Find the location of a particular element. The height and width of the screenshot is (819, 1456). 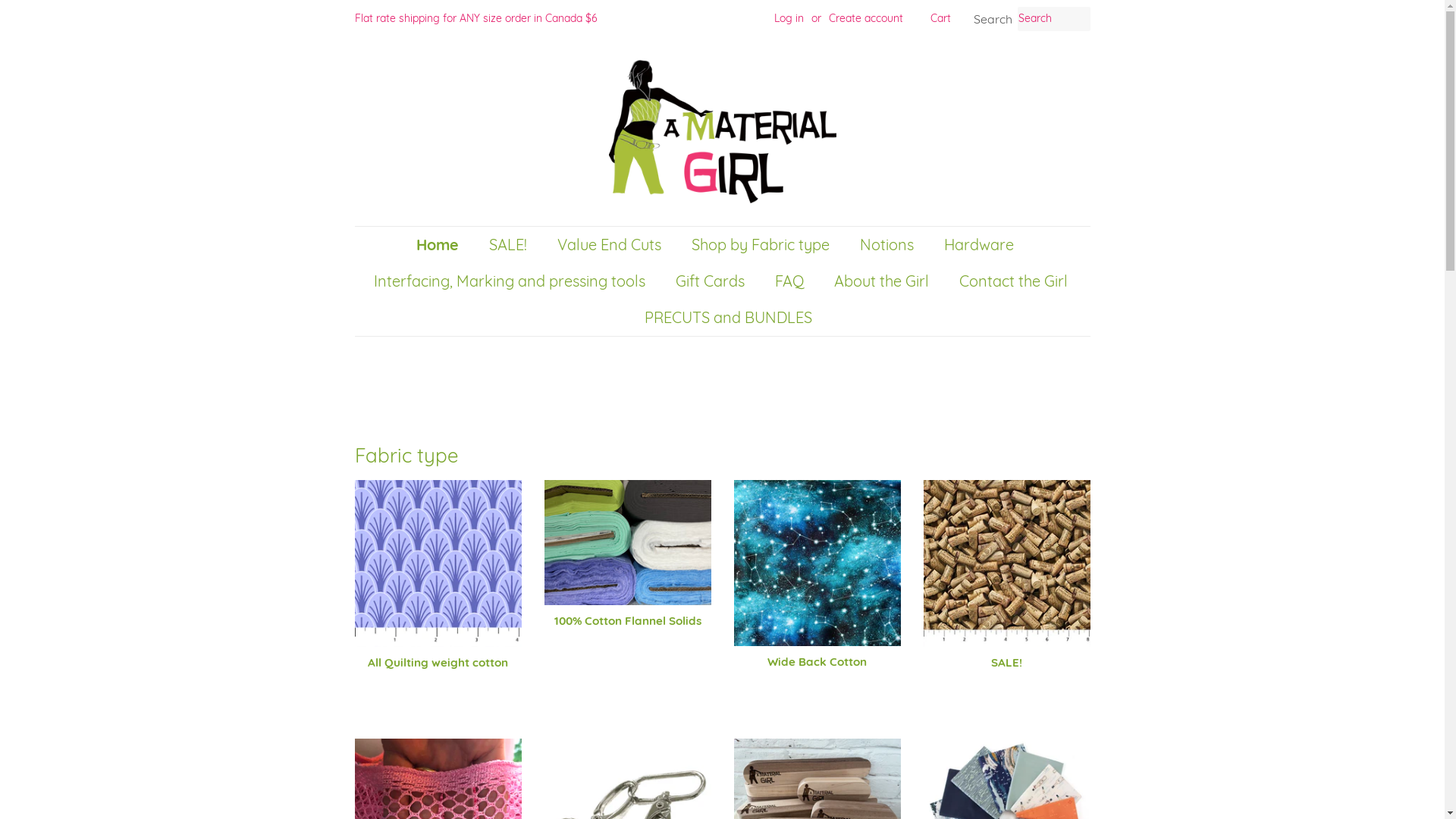

'Wide Back Cotton' is located at coordinates (817, 587).